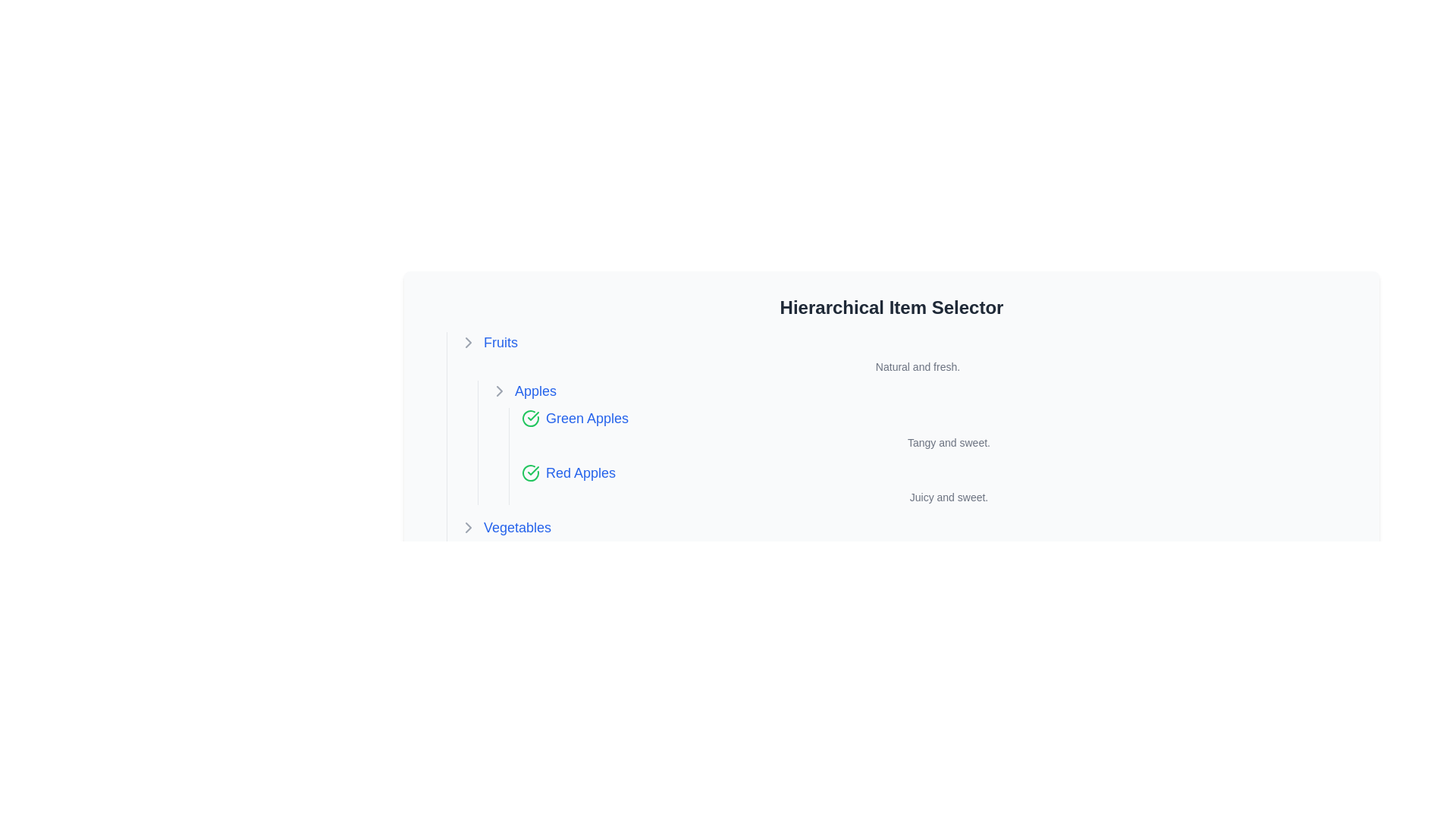  What do you see at coordinates (531, 418) in the screenshot?
I see `the status indicator icon to the left of the 'Green Apples' label, indicating that 'Green Apples' has been selected or is active` at bounding box center [531, 418].